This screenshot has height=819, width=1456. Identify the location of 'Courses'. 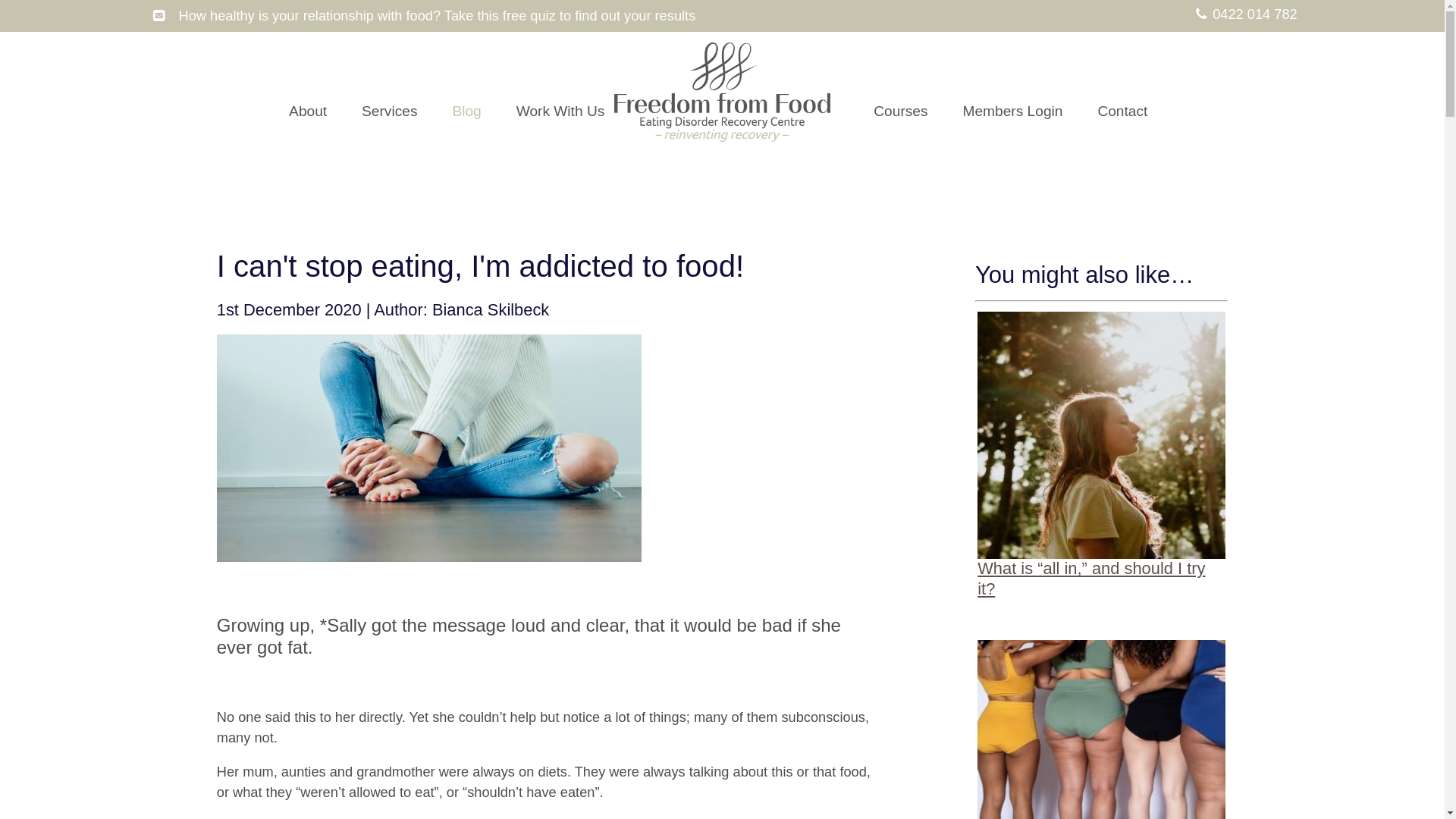
(900, 111).